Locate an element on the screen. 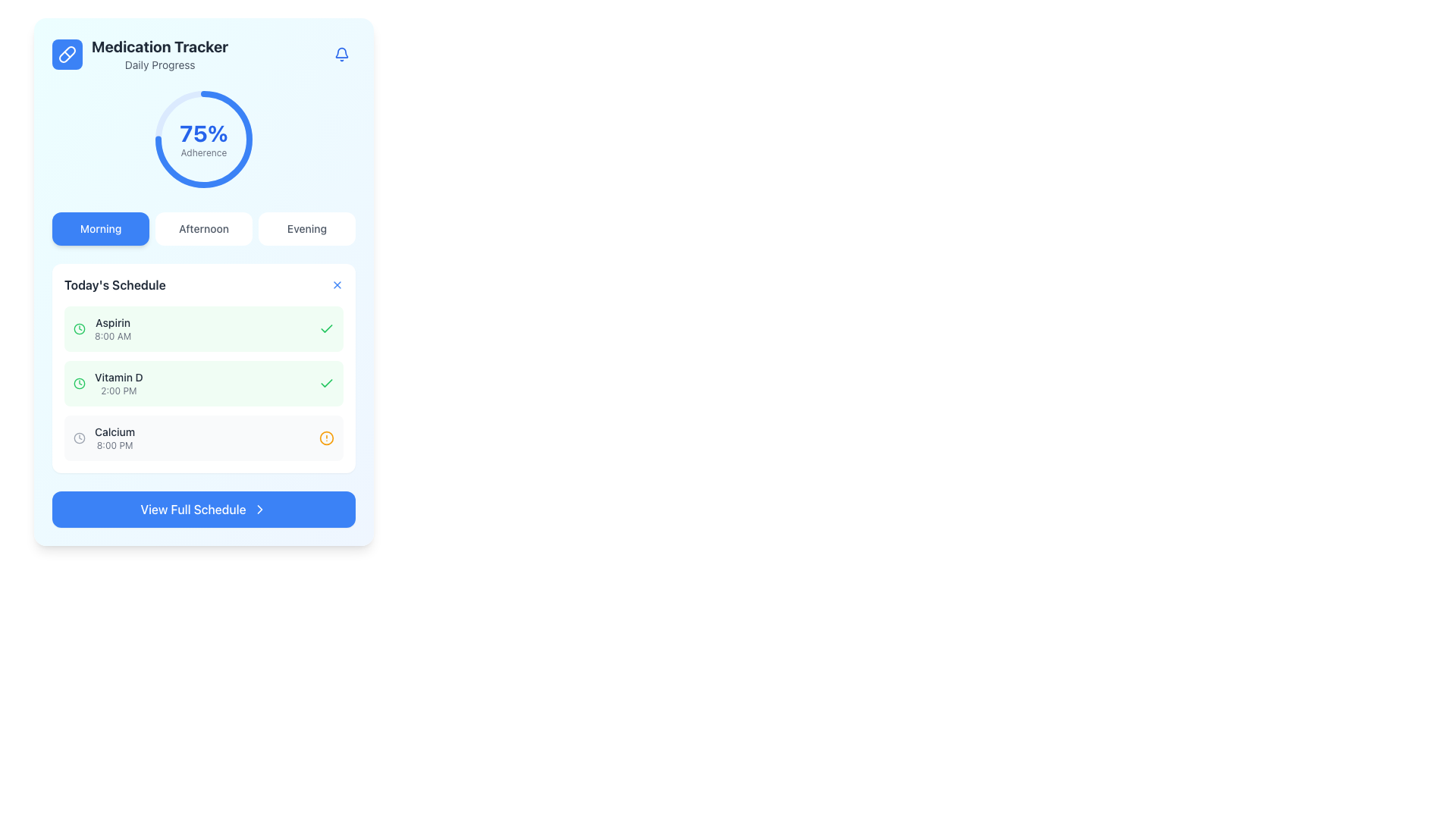 This screenshot has height=819, width=1456. the time indicator text label associated with the medication 'Calcium' located in the third entry of the 'Today’s Schedule' section is located at coordinates (114, 444).